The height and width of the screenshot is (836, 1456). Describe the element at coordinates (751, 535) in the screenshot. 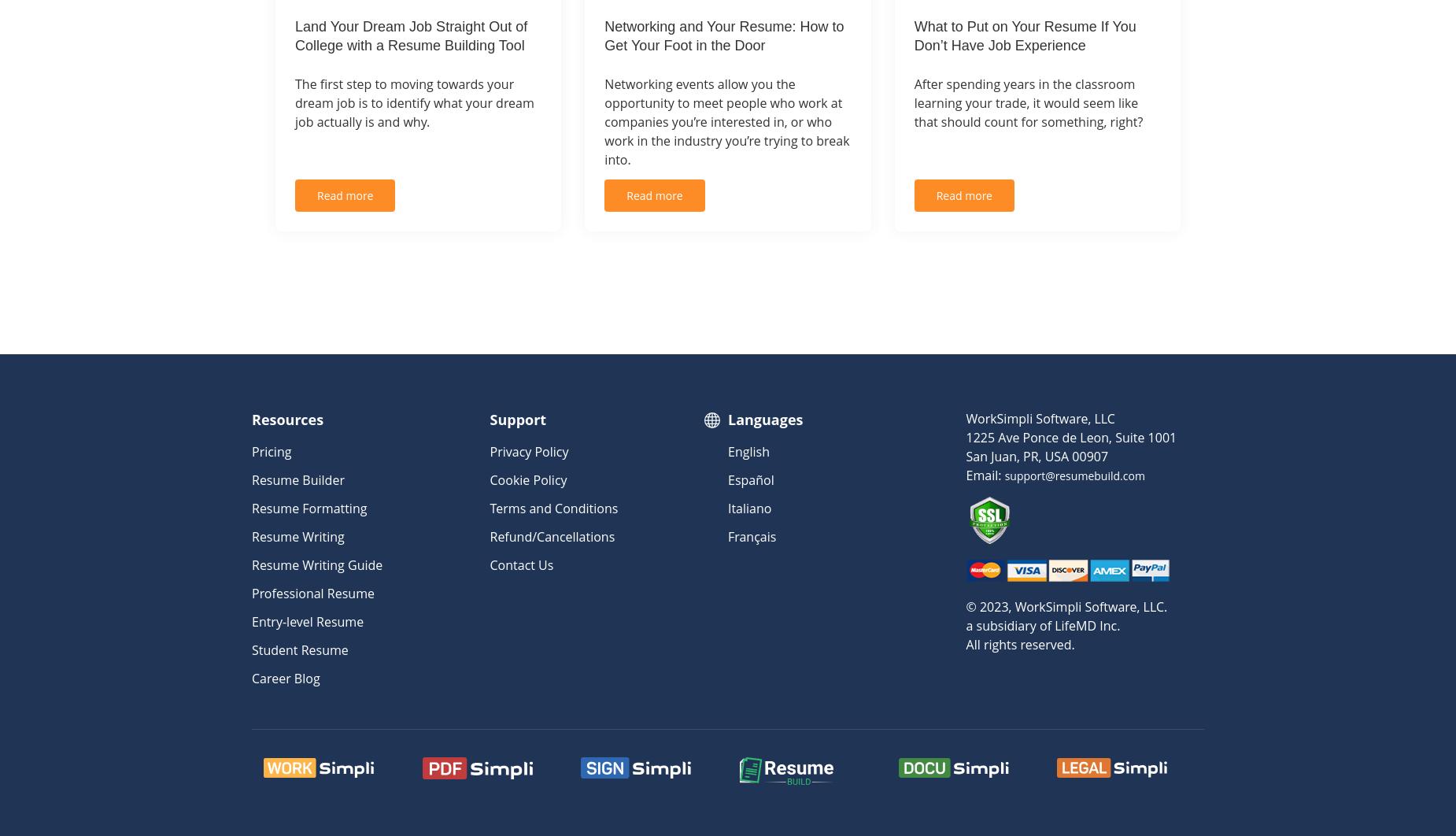

I see `'Français'` at that location.